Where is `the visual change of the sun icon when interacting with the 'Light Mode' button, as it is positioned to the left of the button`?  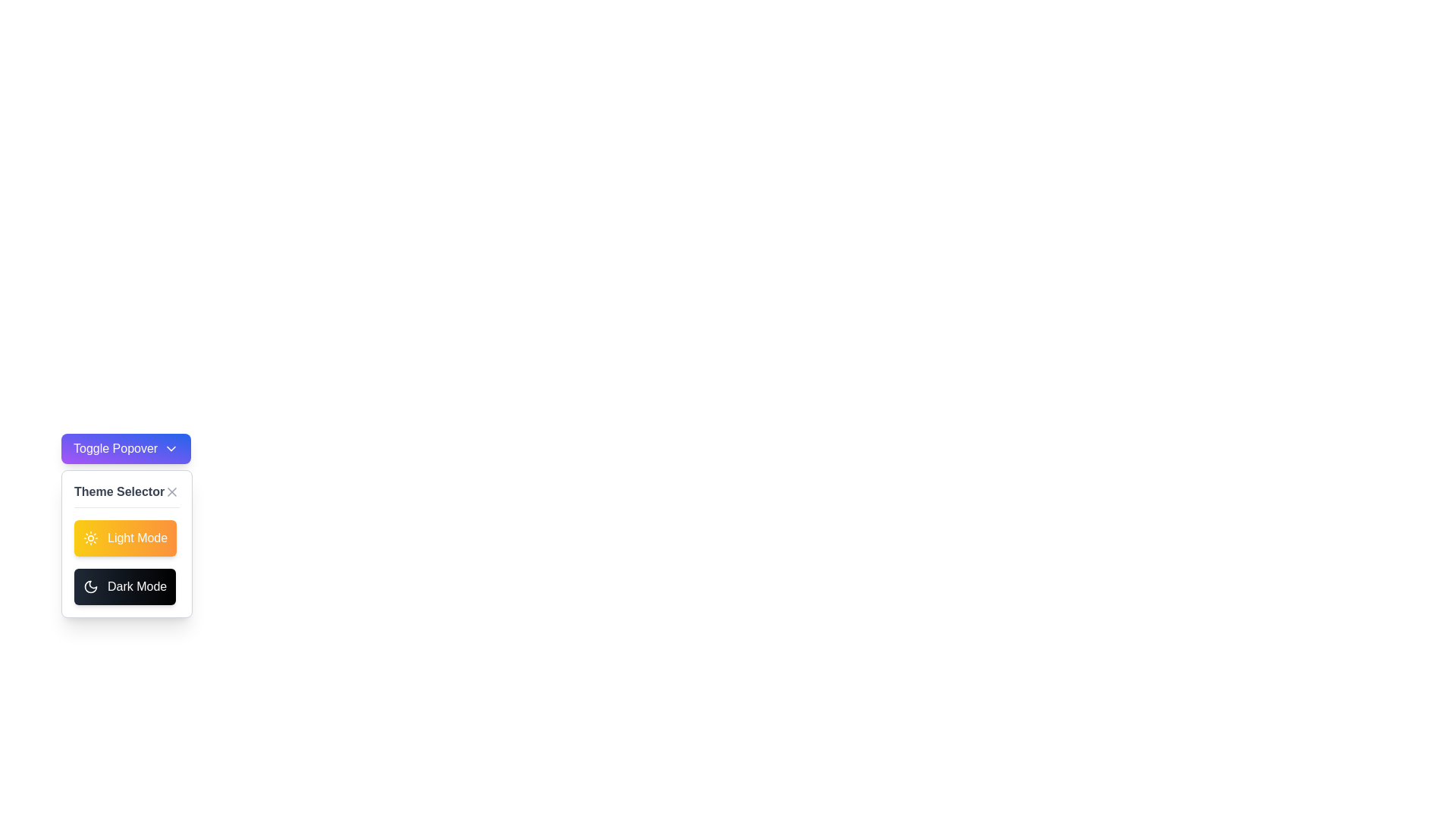
the visual change of the sun icon when interacting with the 'Light Mode' button, as it is positioned to the left of the button is located at coordinates (90, 537).